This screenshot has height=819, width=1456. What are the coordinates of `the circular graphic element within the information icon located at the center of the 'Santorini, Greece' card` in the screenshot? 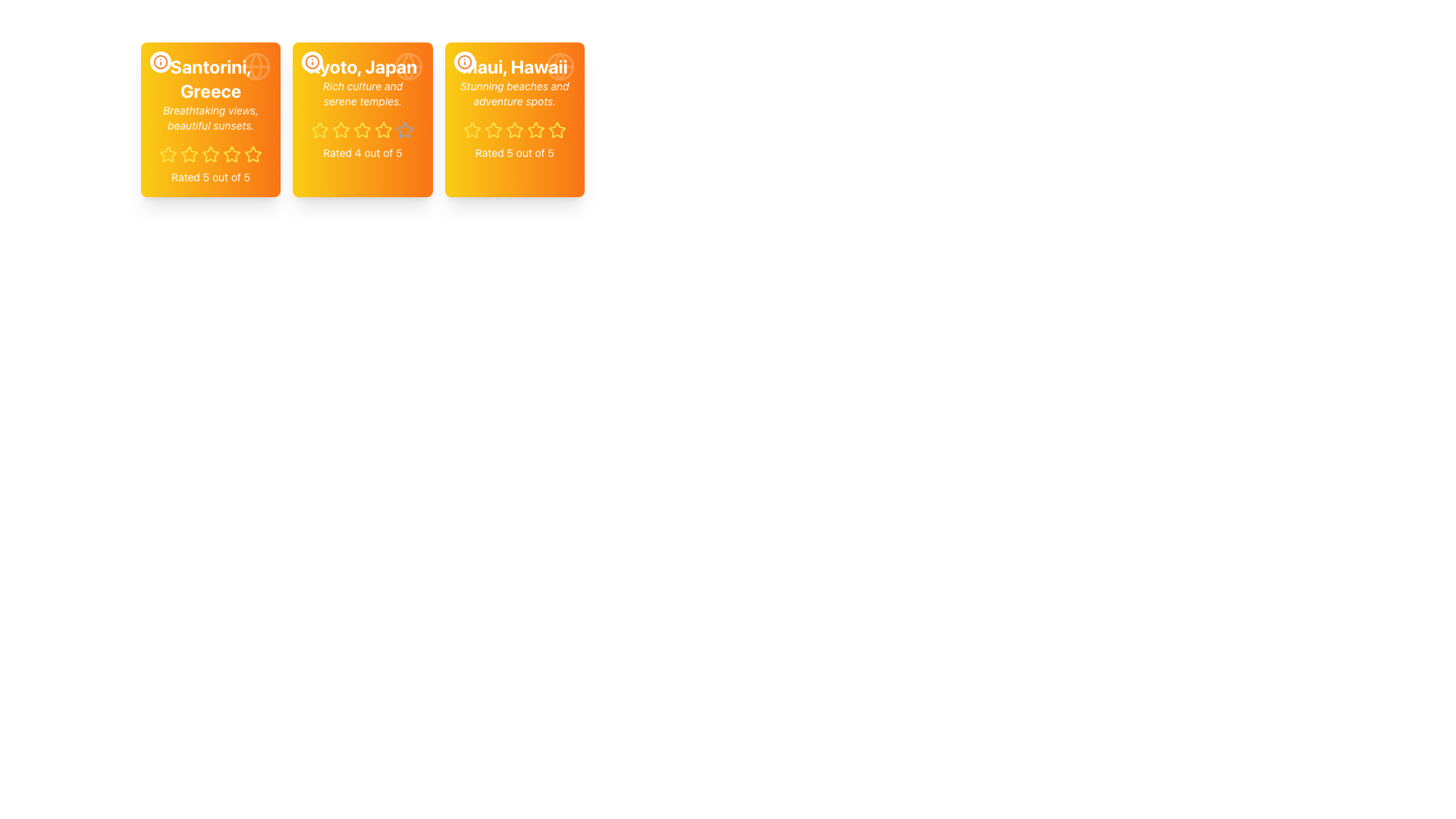 It's located at (160, 61).